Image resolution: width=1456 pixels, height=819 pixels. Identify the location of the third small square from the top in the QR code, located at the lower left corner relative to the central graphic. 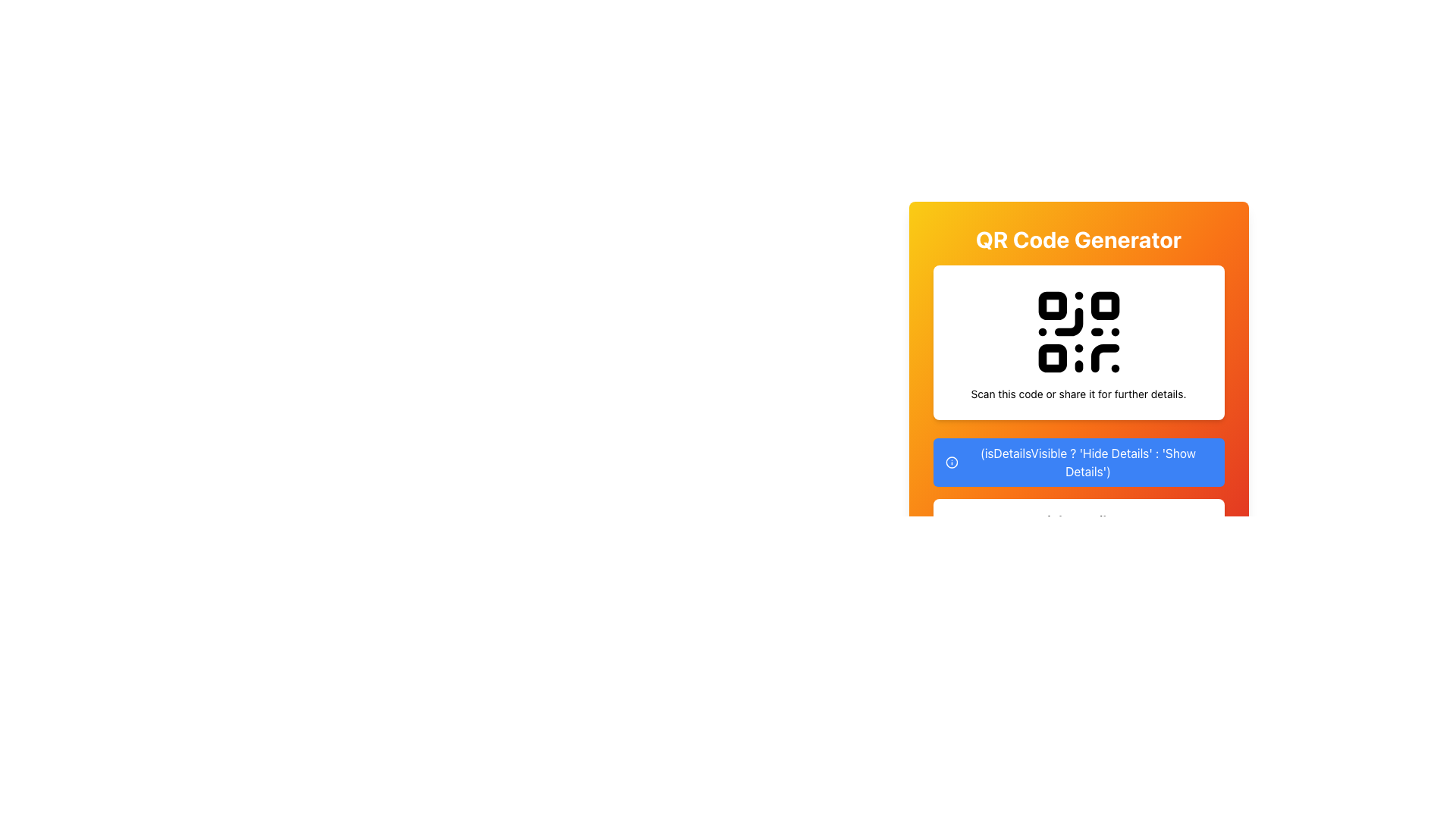
(1051, 358).